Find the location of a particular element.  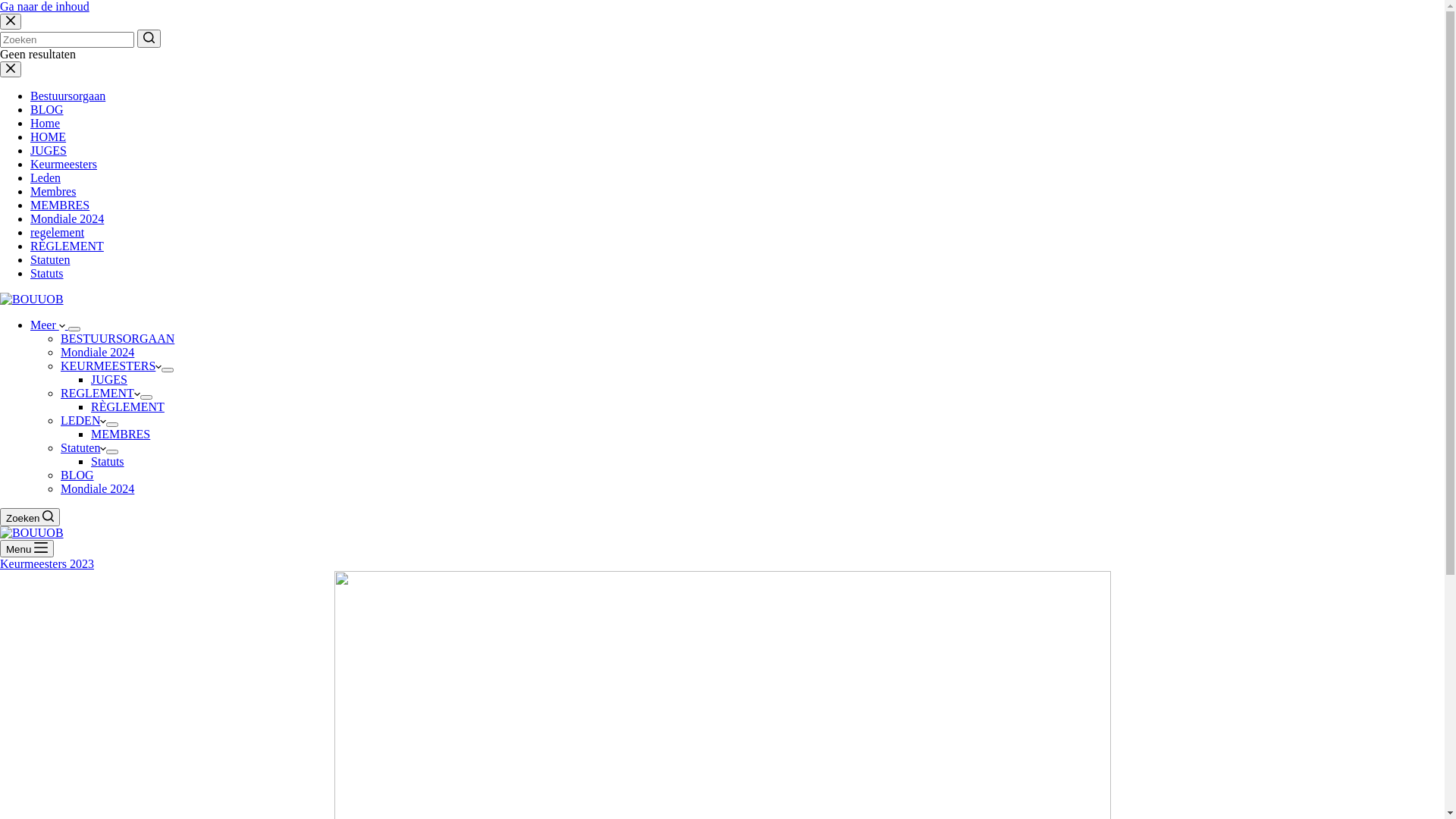

'Keurmeesters 2023' is located at coordinates (47, 563).